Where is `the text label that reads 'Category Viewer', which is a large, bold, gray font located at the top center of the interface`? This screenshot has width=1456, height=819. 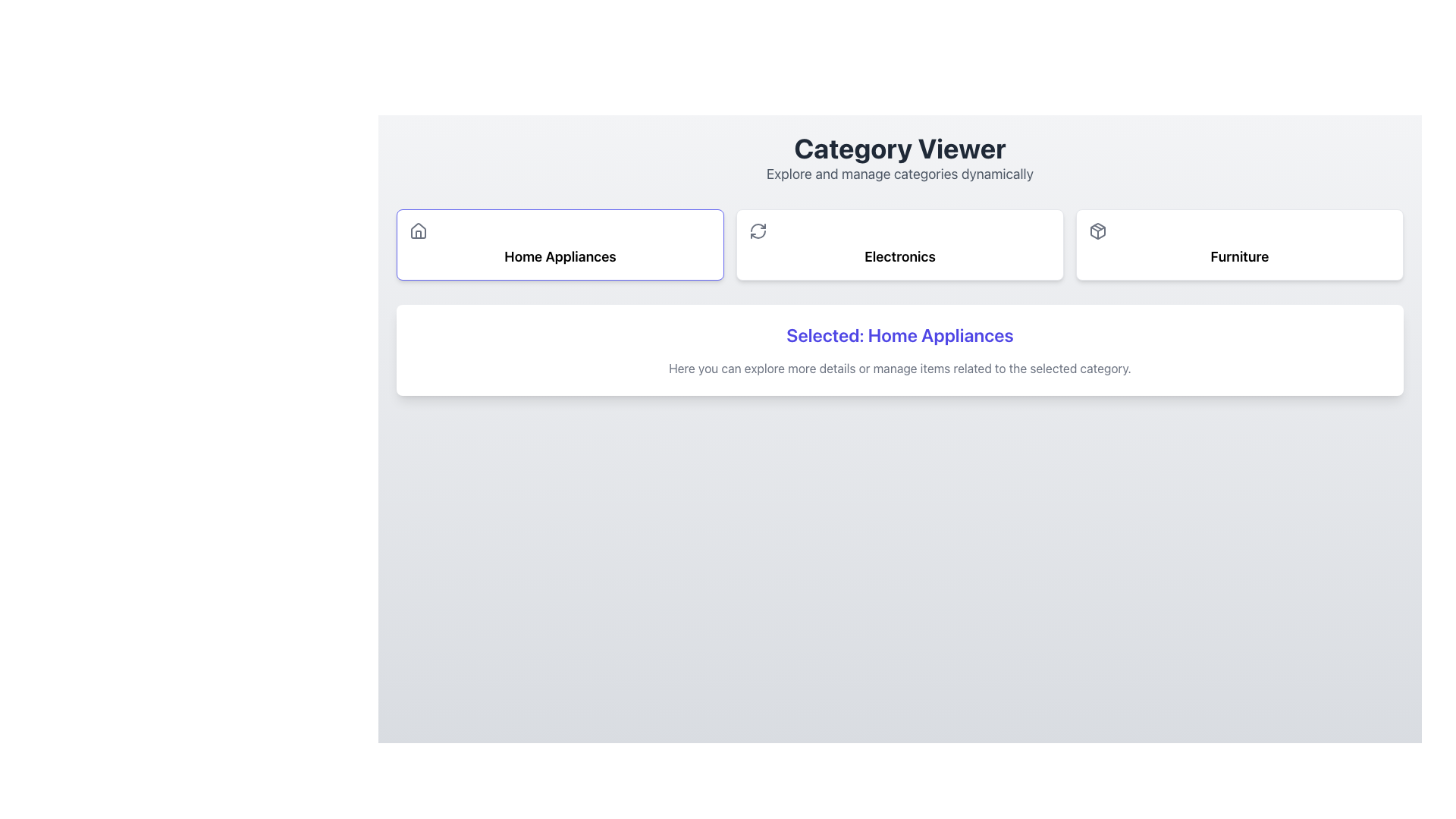
the text label that reads 'Category Viewer', which is a large, bold, gray font located at the top center of the interface is located at coordinates (899, 149).